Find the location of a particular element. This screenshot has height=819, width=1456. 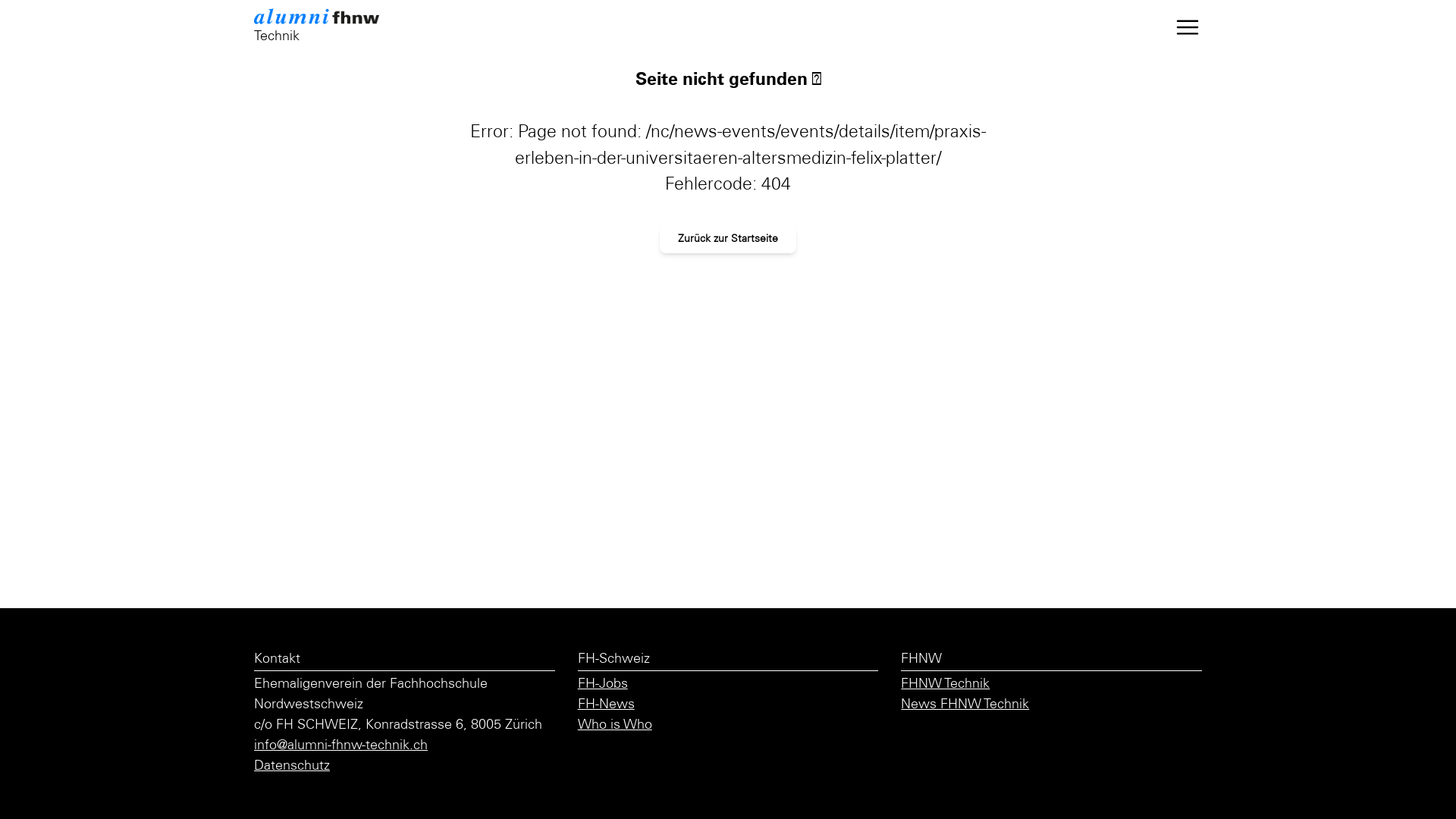

'Who is Who' is located at coordinates (615, 724).